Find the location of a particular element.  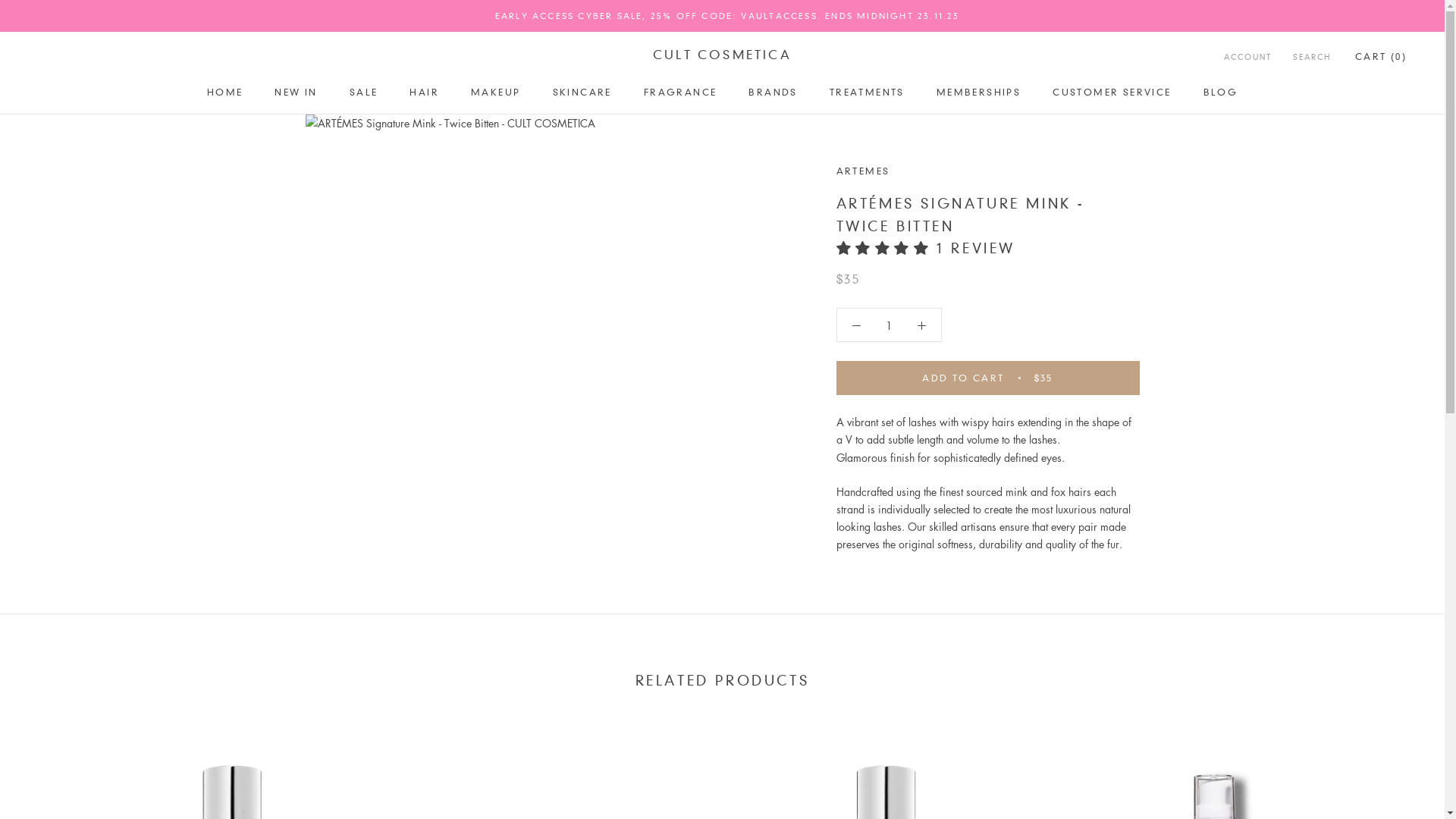

'SKINCARE is located at coordinates (551, 92).